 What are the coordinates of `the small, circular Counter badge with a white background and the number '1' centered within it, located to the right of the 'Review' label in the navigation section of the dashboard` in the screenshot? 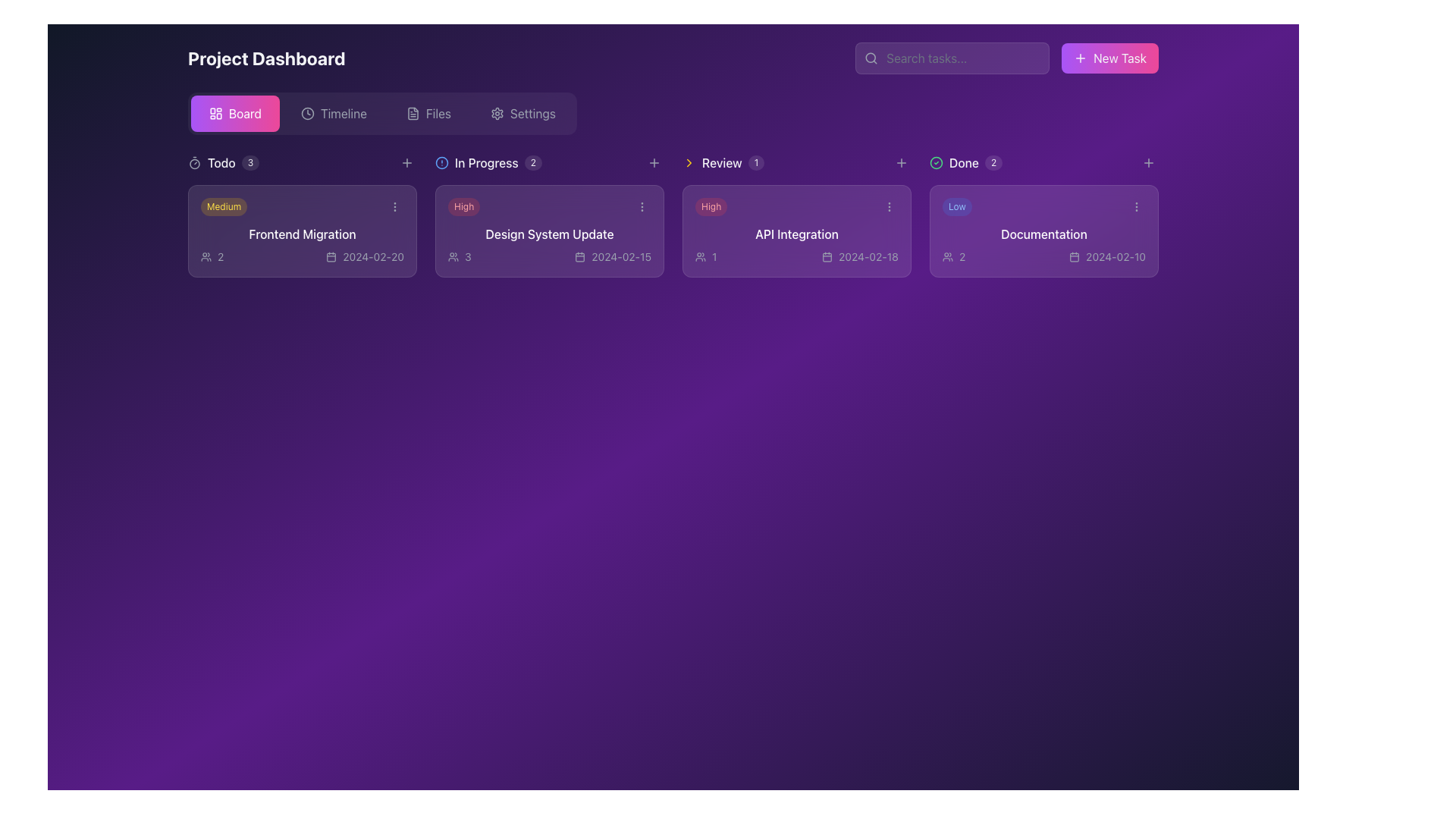 It's located at (756, 163).